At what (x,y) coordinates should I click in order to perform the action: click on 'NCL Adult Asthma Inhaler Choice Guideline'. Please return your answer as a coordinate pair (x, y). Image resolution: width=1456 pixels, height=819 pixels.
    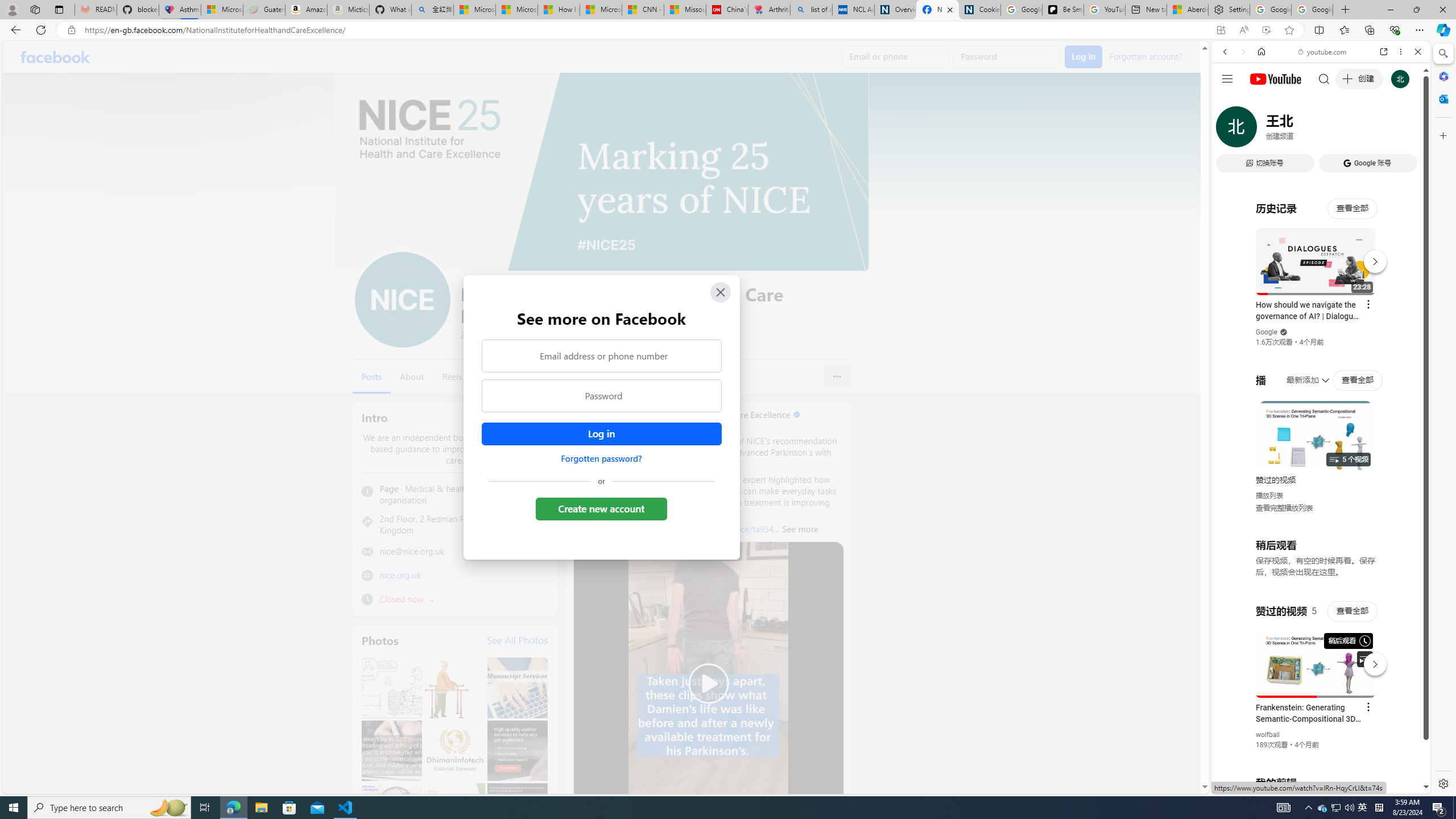
    Looking at the image, I should click on (853, 9).